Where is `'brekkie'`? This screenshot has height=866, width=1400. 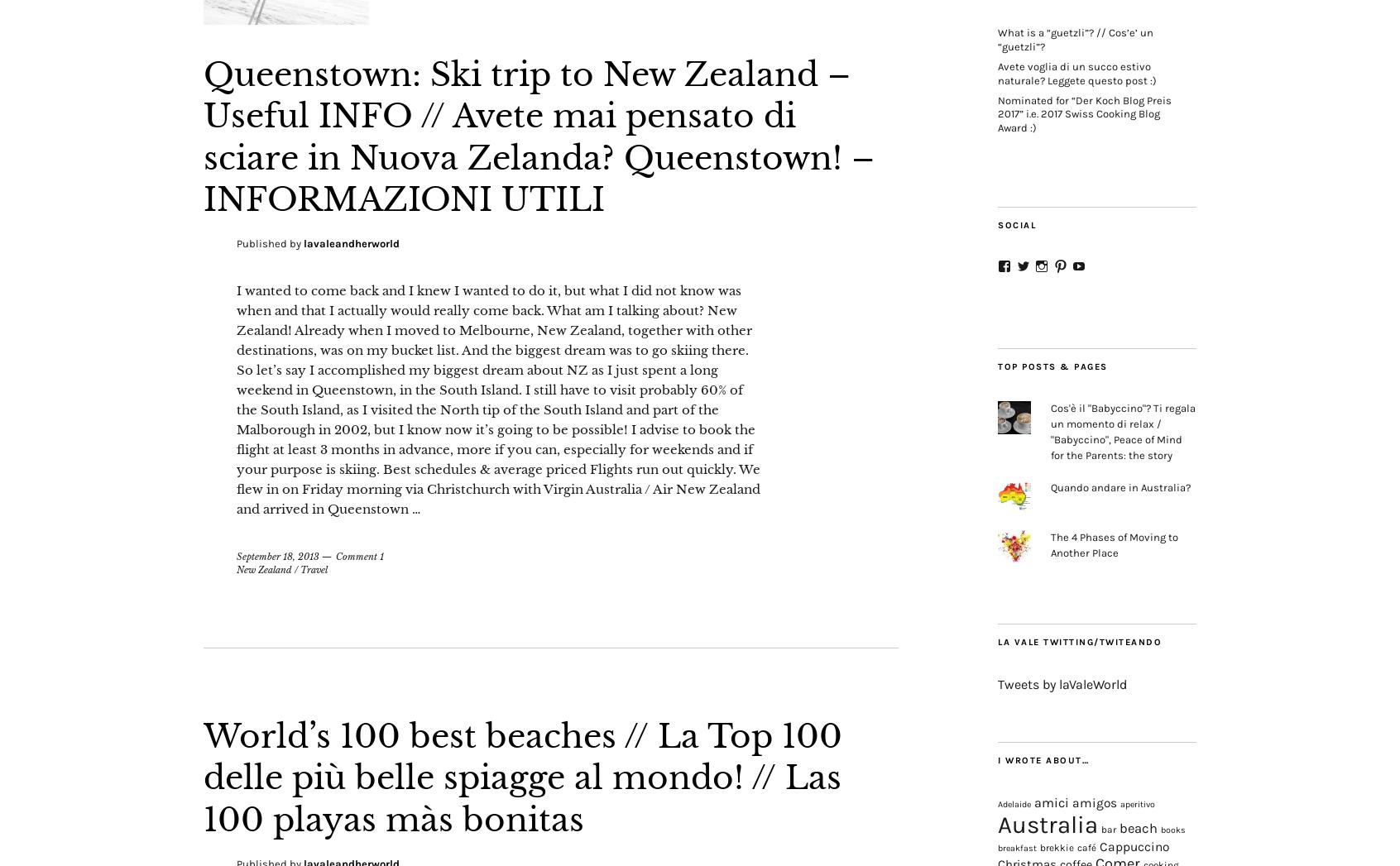
'brekkie' is located at coordinates (1056, 848).